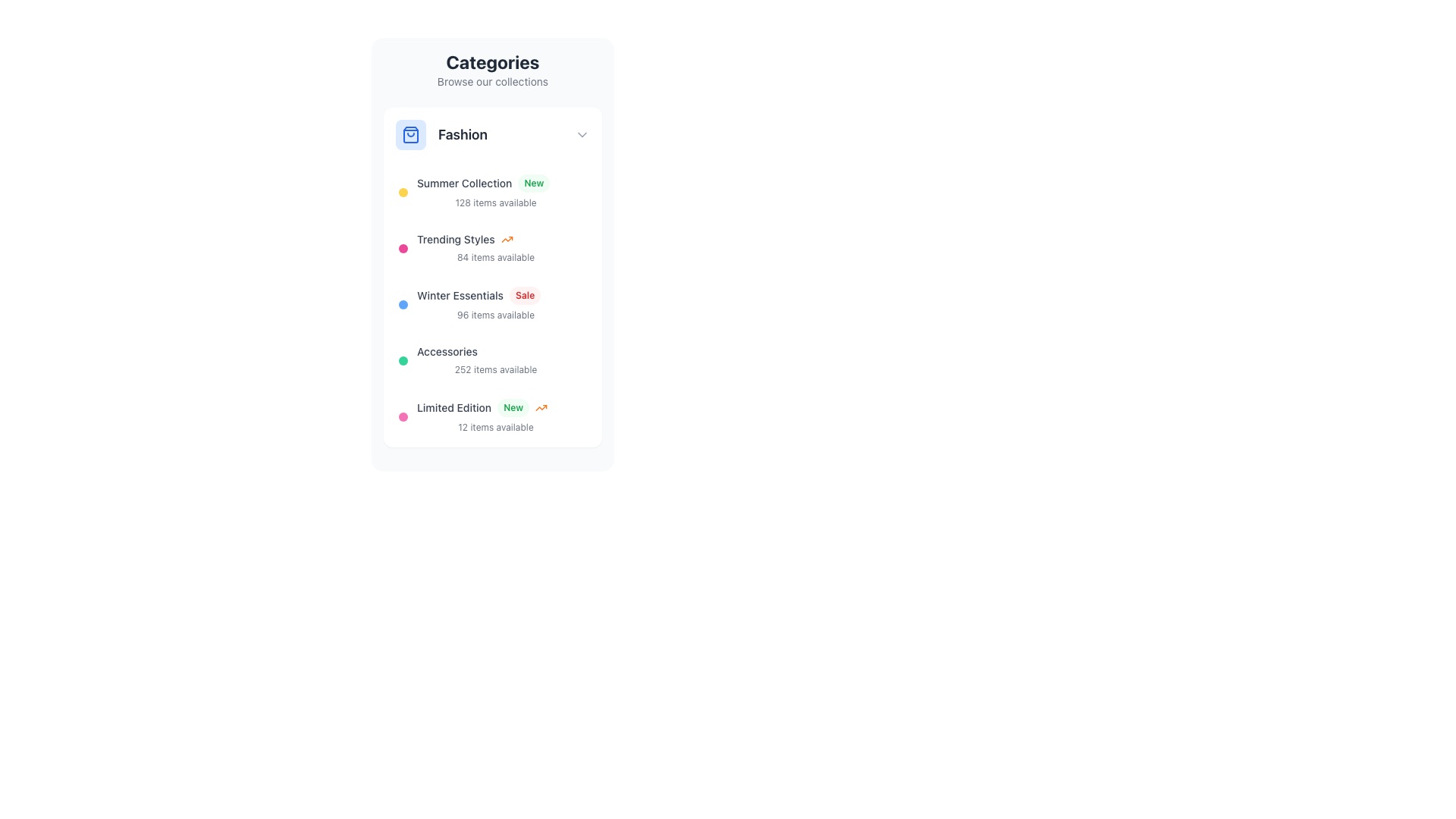  Describe the element at coordinates (495, 427) in the screenshot. I see `the text label displaying '12 items available', which is located at the bottom of the 'Limited Edition' group and changes to blue on hover` at that location.